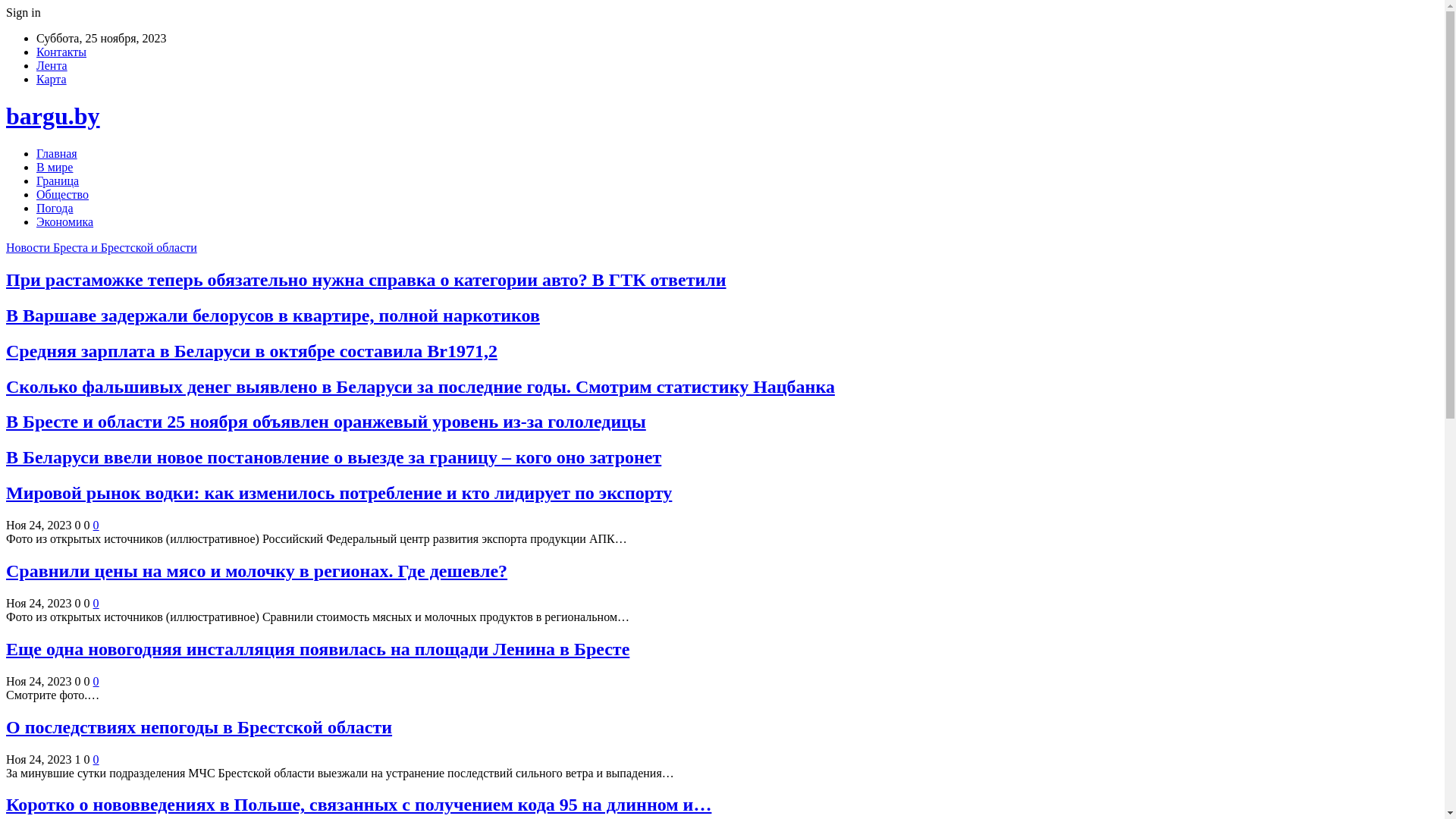  Describe the element at coordinates (23, 12) in the screenshot. I see `'Sign in'` at that location.